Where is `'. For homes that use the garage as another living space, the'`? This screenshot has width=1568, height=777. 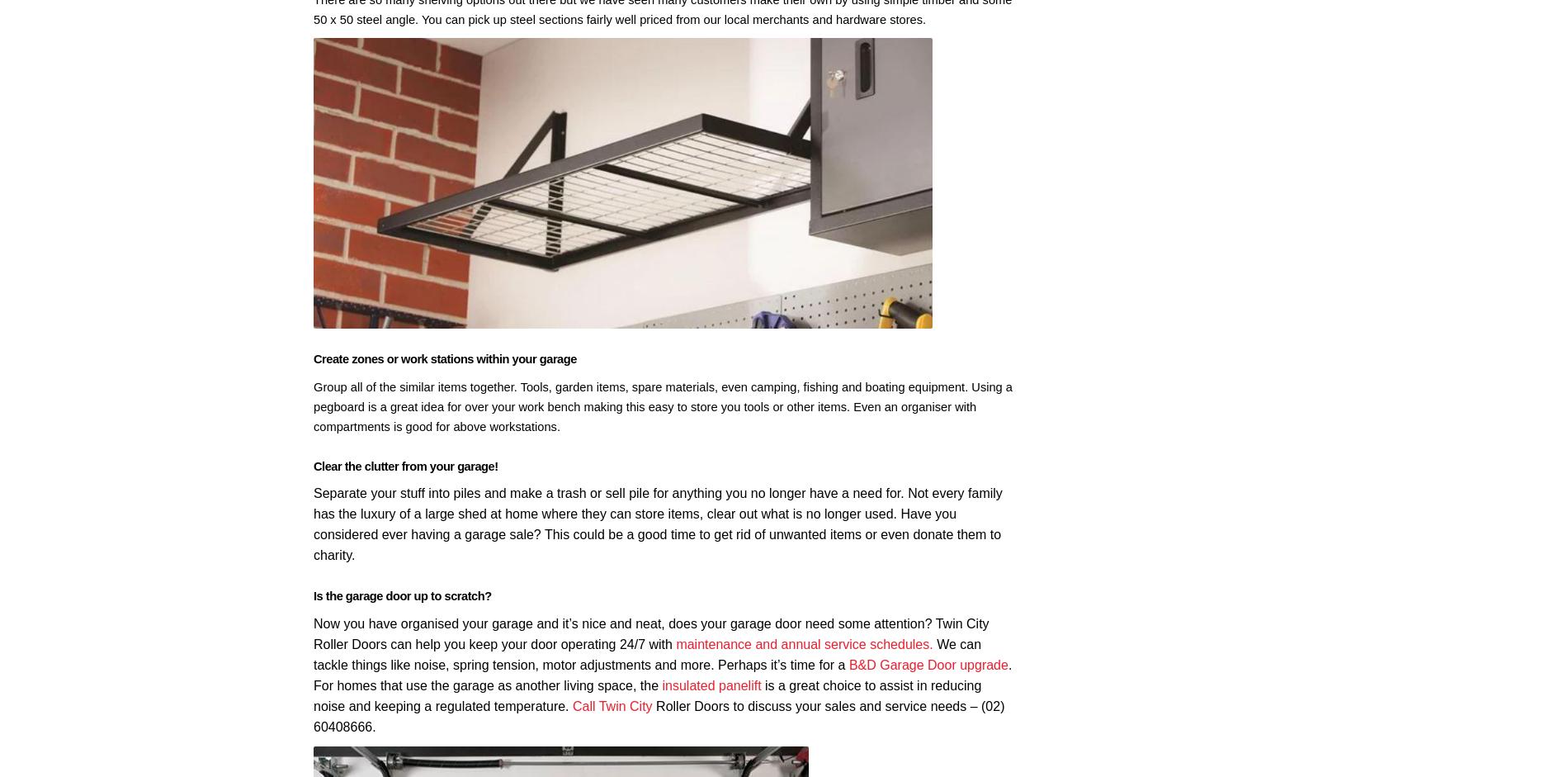 '. For homes that use the garage as another living space, the' is located at coordinates (661, 675).